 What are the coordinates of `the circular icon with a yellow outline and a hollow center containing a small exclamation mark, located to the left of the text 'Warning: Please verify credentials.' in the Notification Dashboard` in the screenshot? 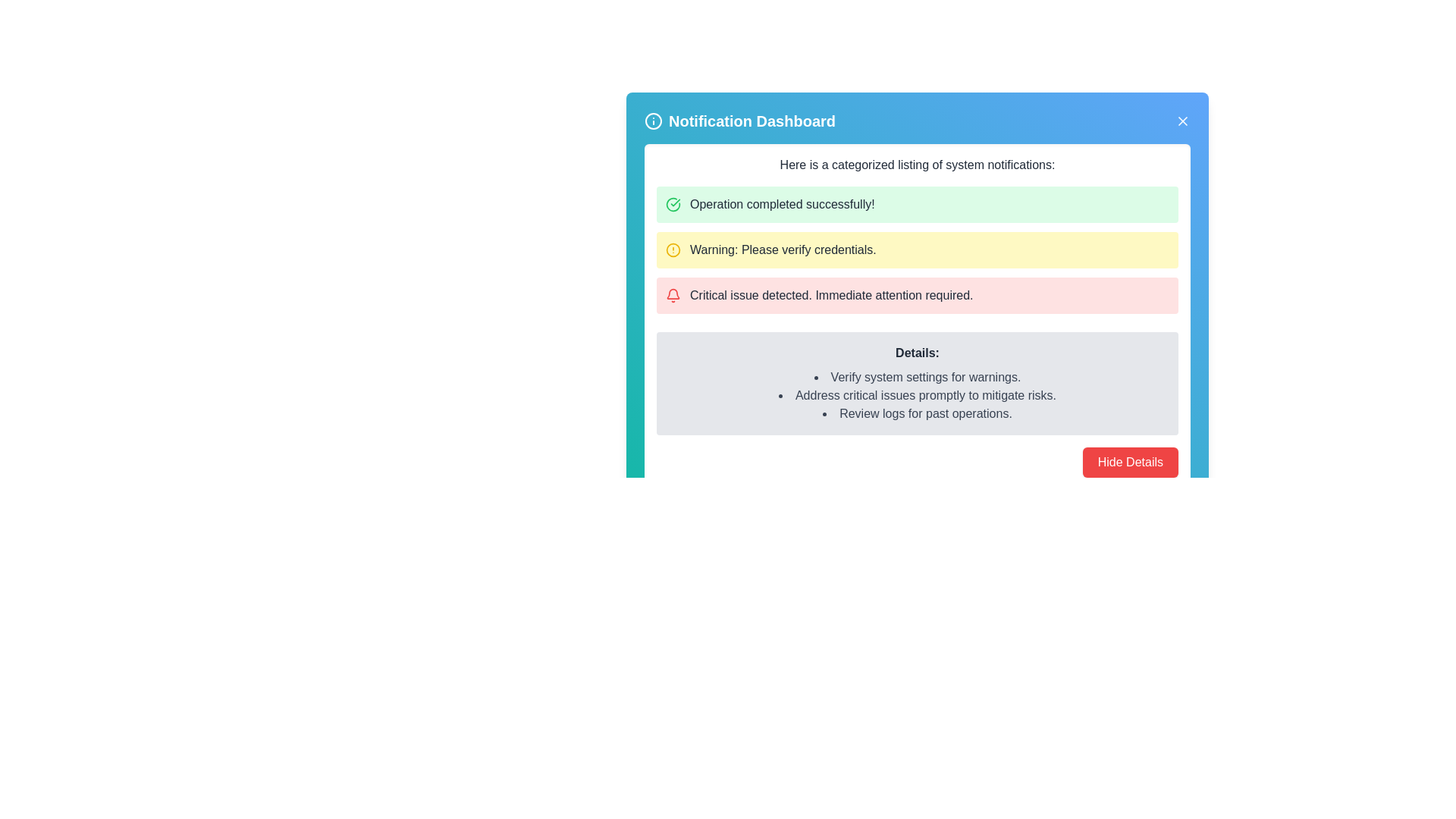 It's located at (673, 249).